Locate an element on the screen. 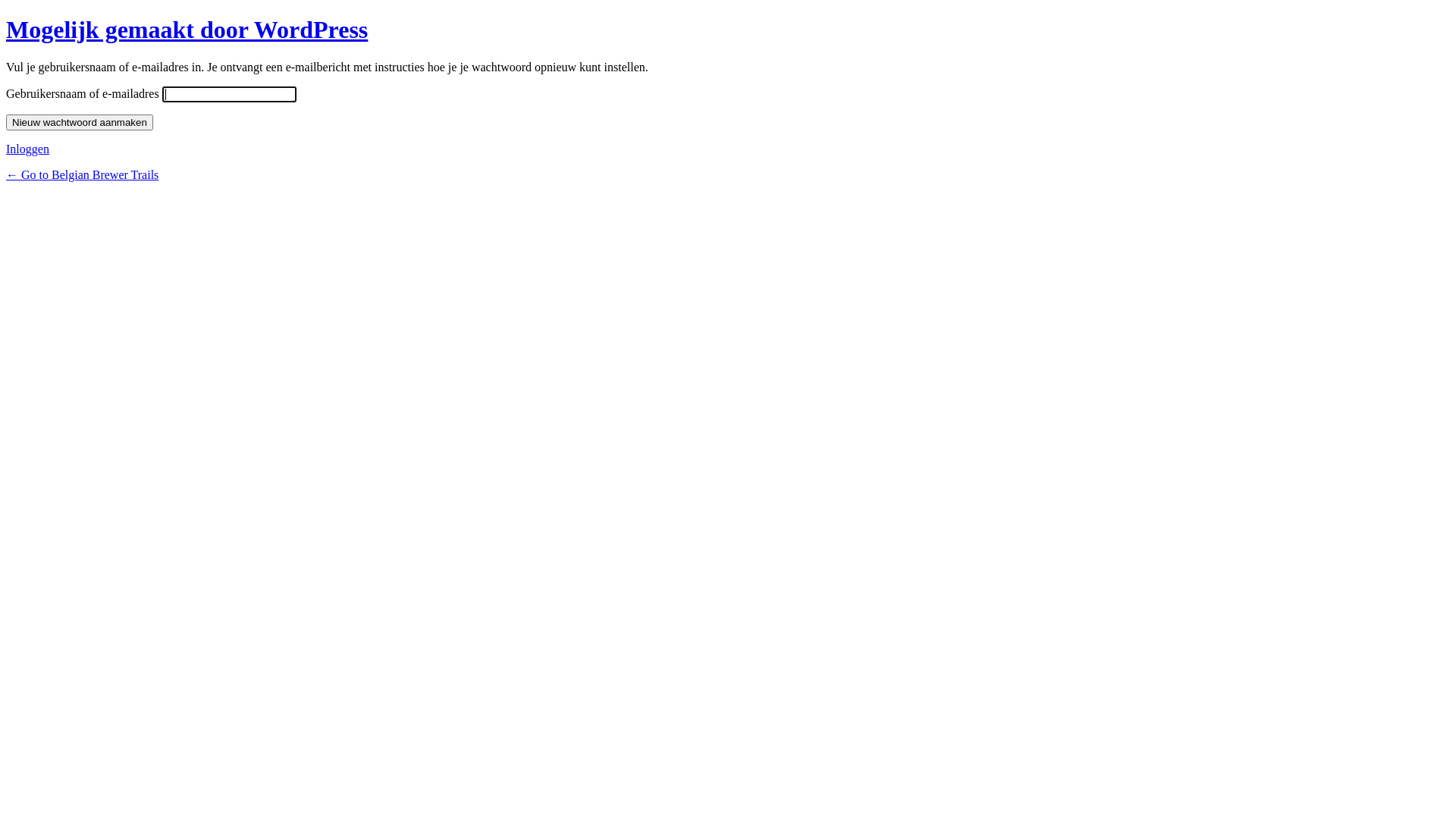  'Inloggen' is located at coordinates (6, 149).